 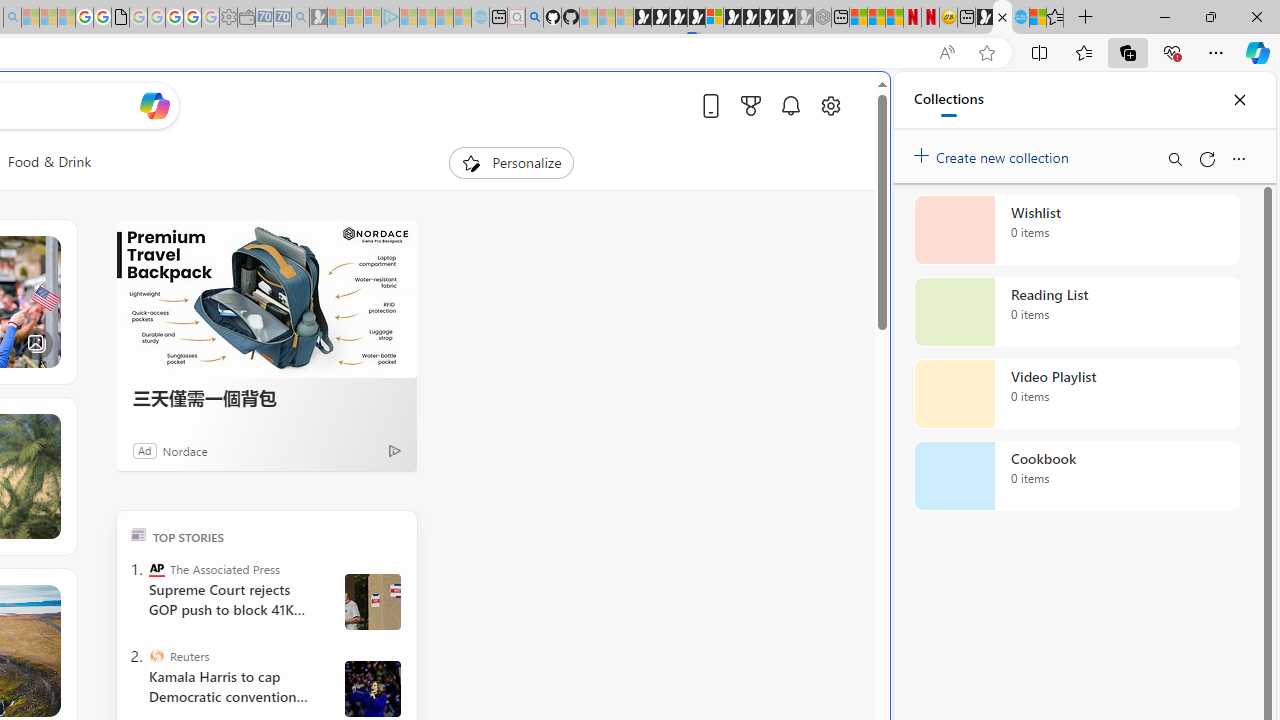 What do you see at coordinates (1076, 394) in the screenshot?
I see `'Video Playlist collection, 0 items'` at bounding box center [1076, 394].